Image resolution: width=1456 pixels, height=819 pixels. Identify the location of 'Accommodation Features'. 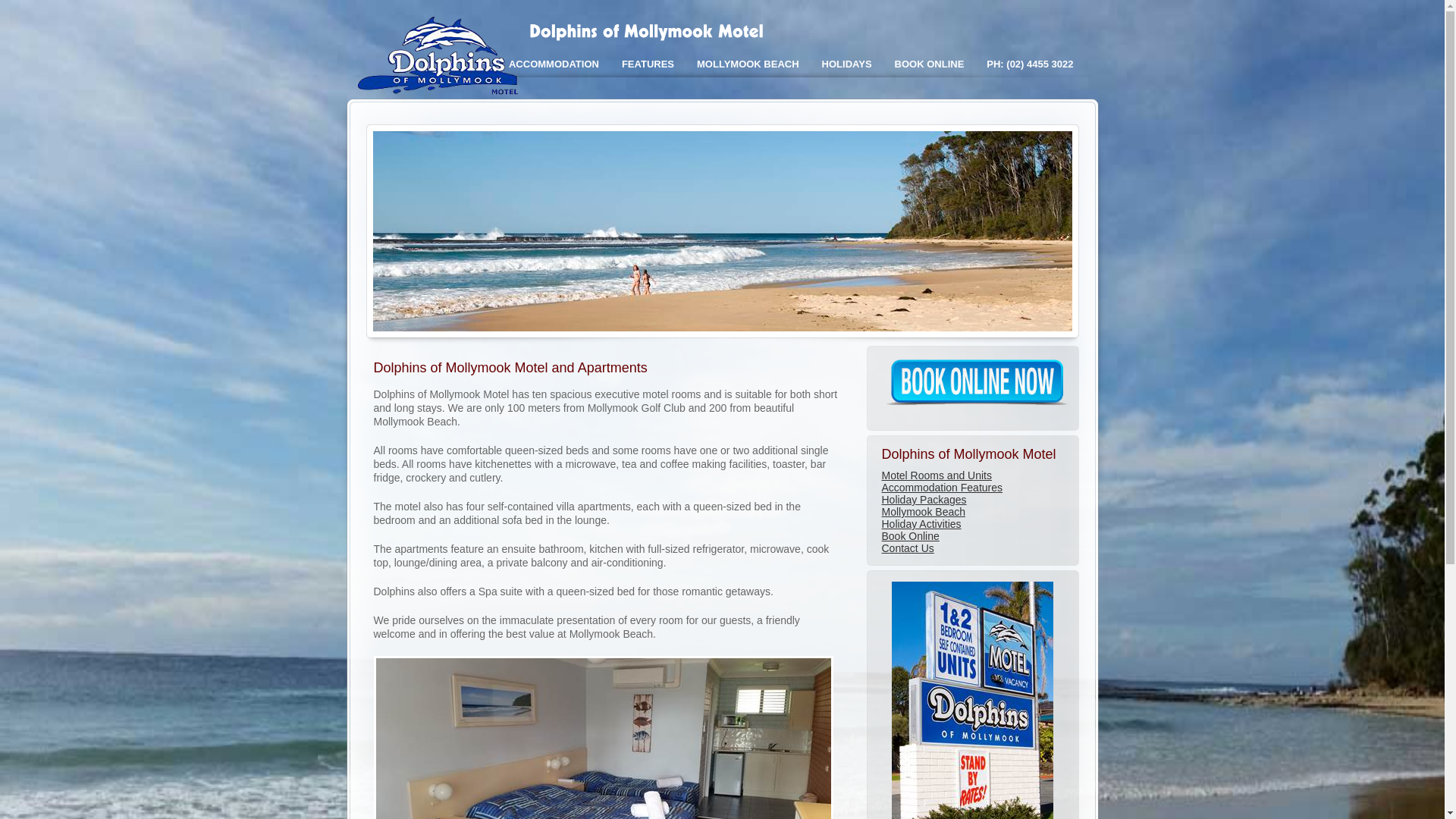
(941, 488).